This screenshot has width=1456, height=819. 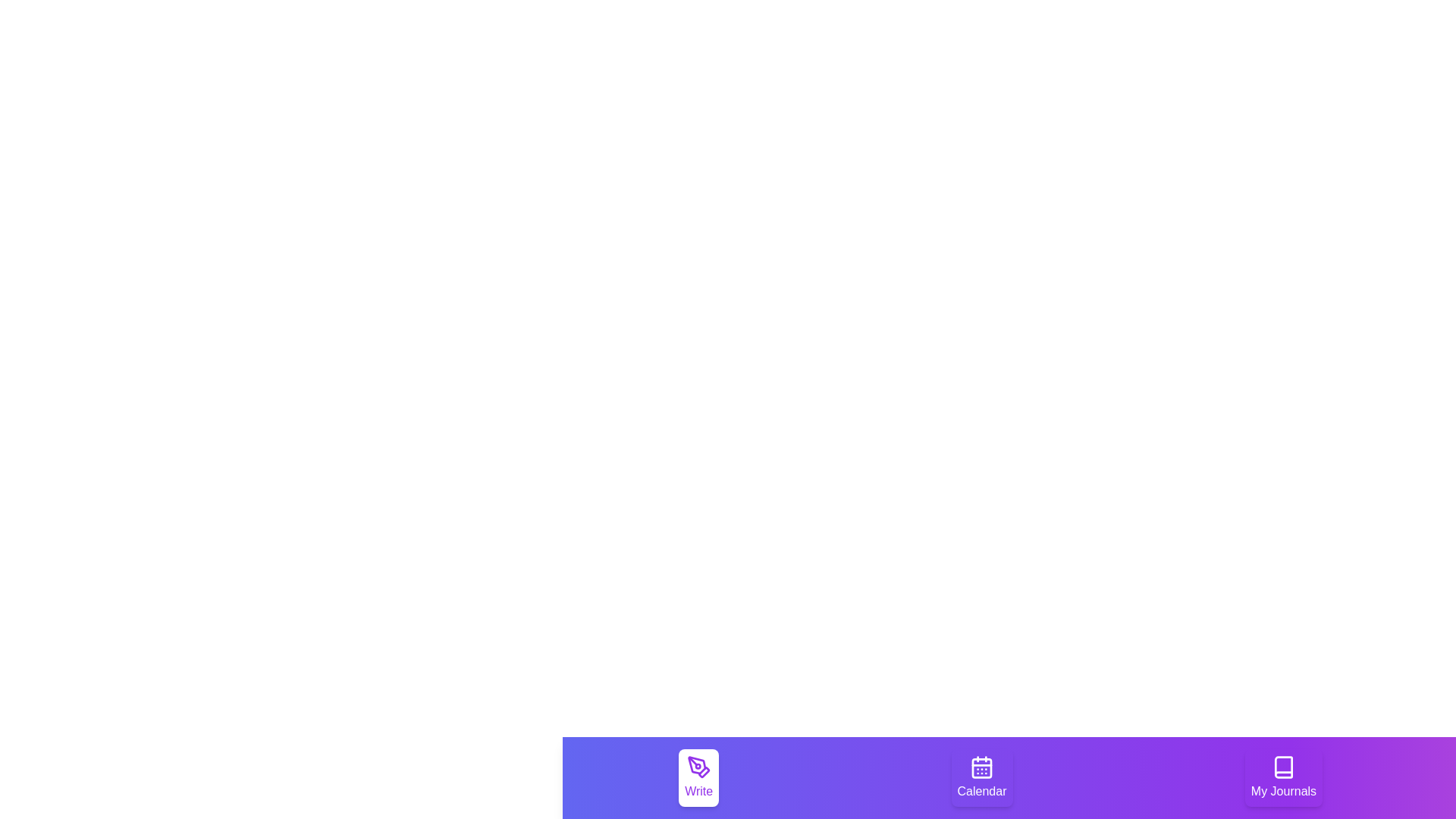 What do you see at coordinates (982, 778) in the screenshot?
I see `the tab labeled Calendar to see the hover effect` at bounding box center [982, 778].